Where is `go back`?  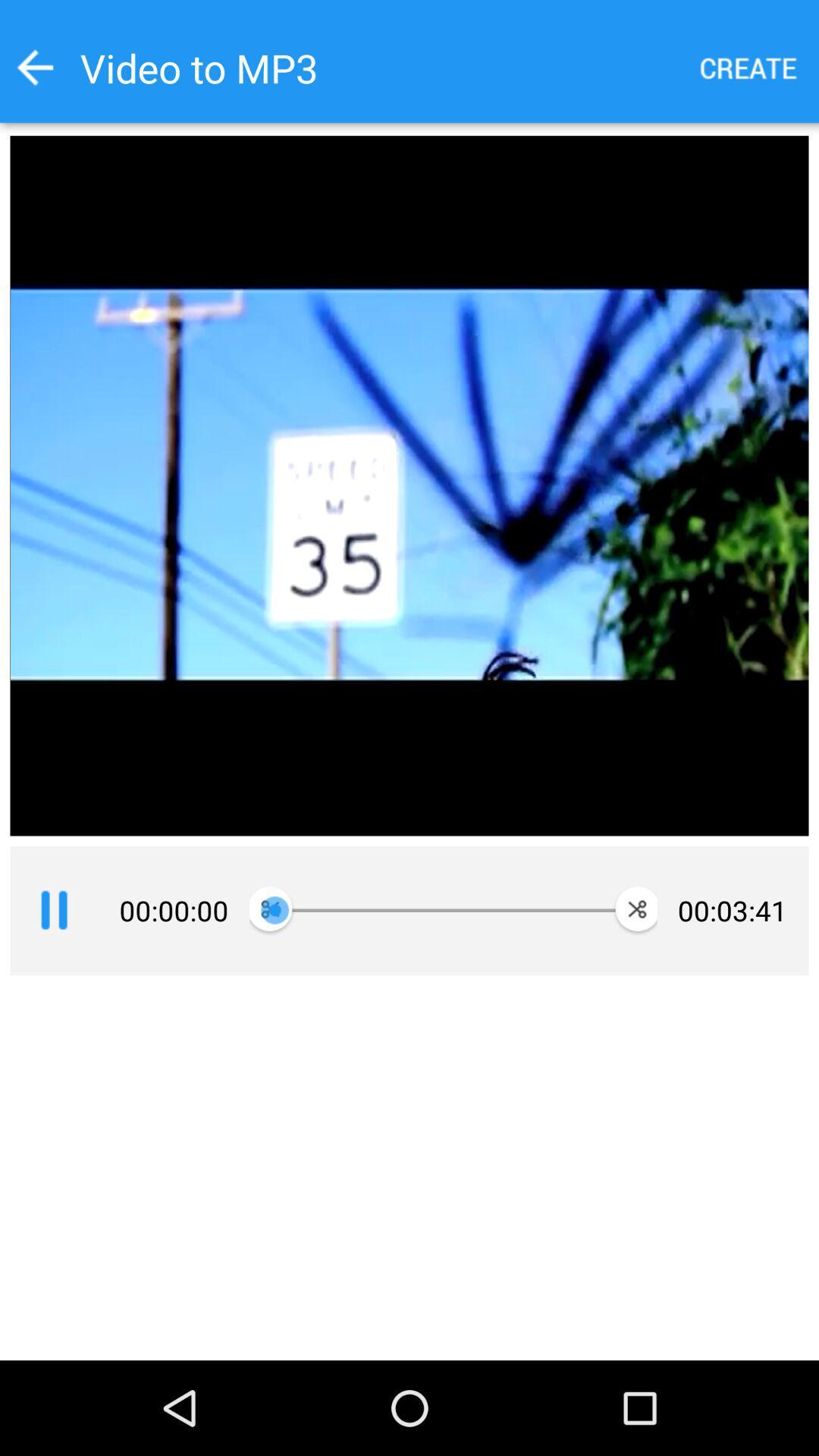
go back is located at coordinates (34, 67).